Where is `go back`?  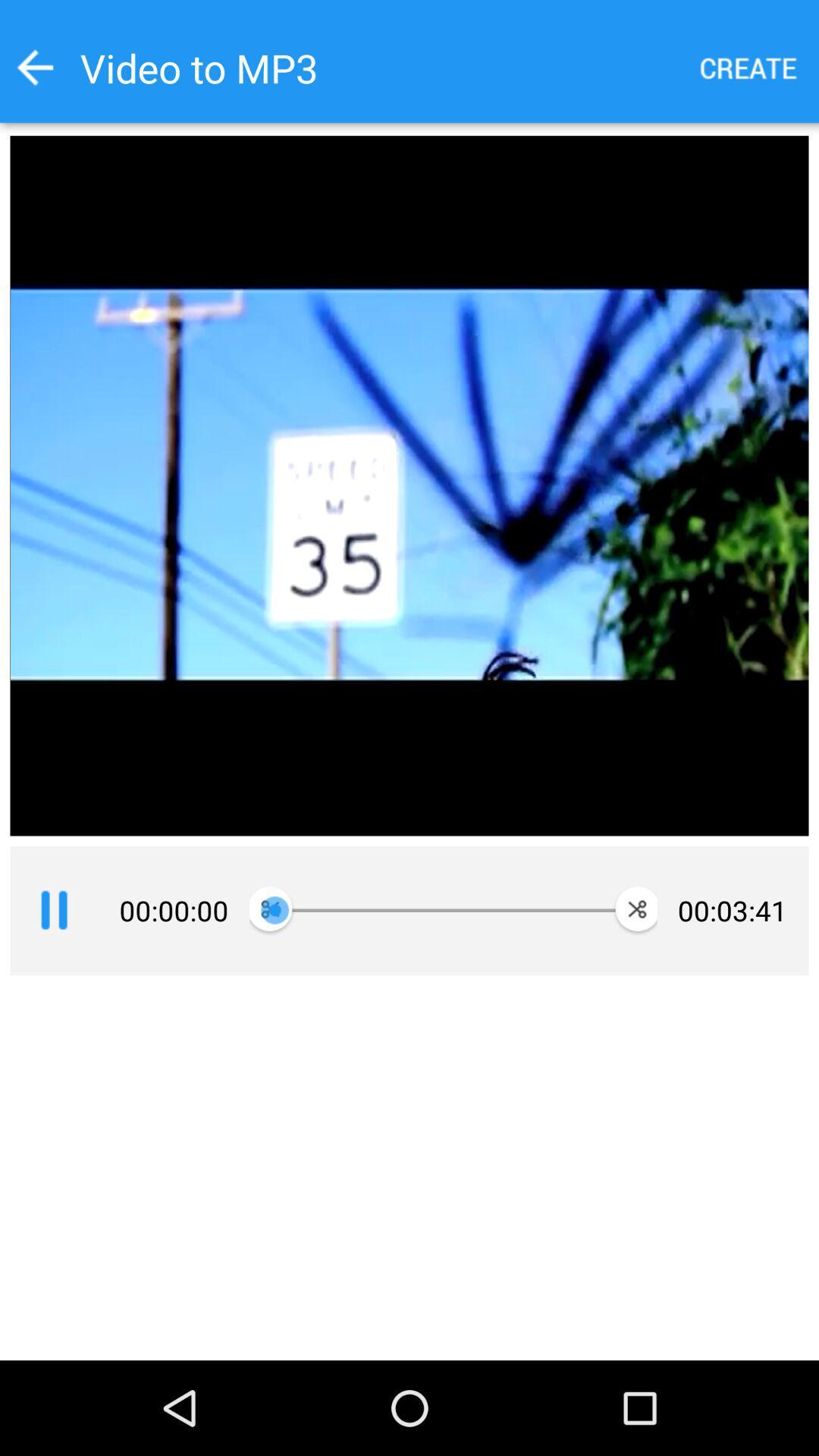
go back is located at coordinates (34, 67).